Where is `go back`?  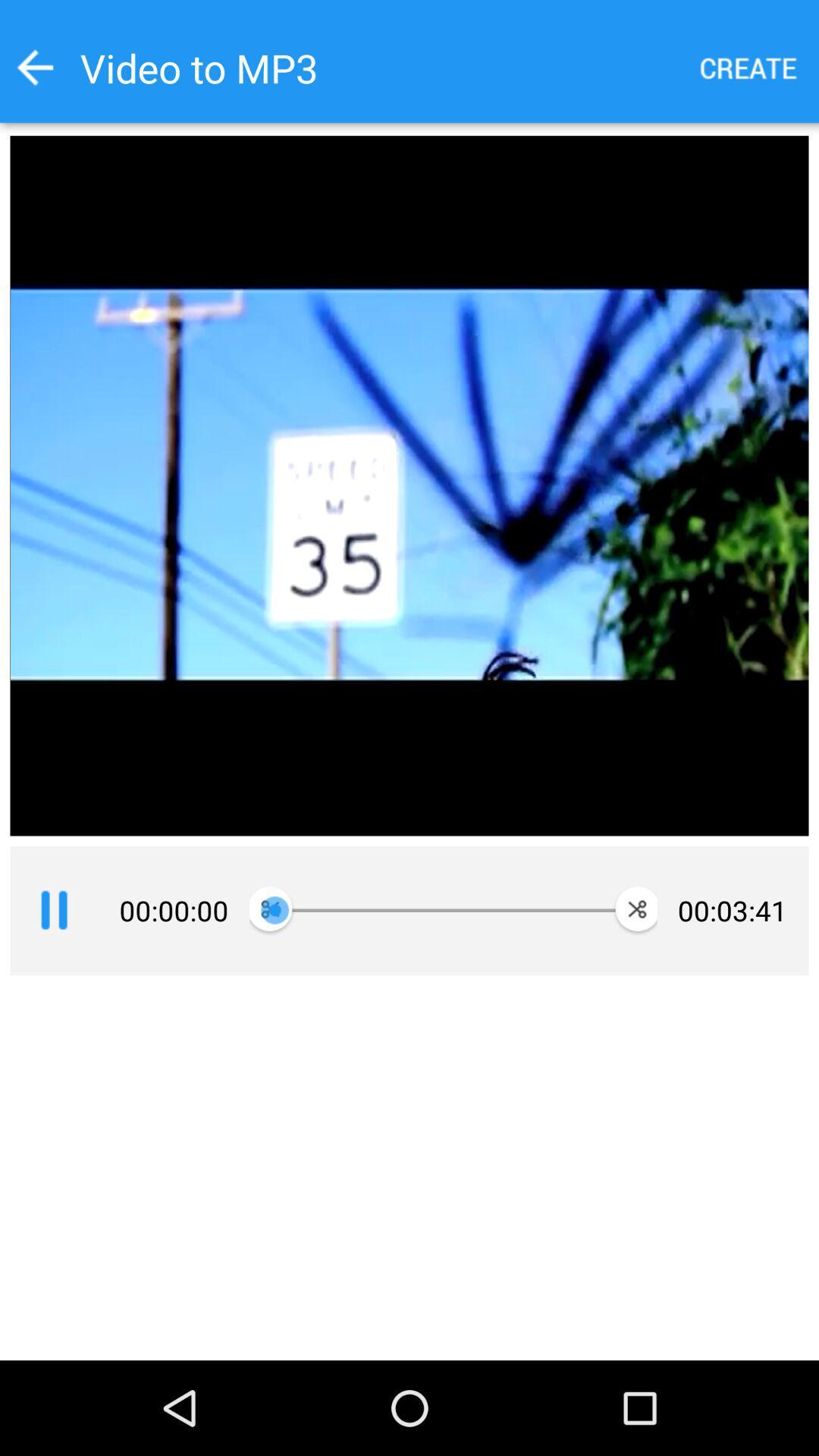
go back is located at coordinates (34, 67).